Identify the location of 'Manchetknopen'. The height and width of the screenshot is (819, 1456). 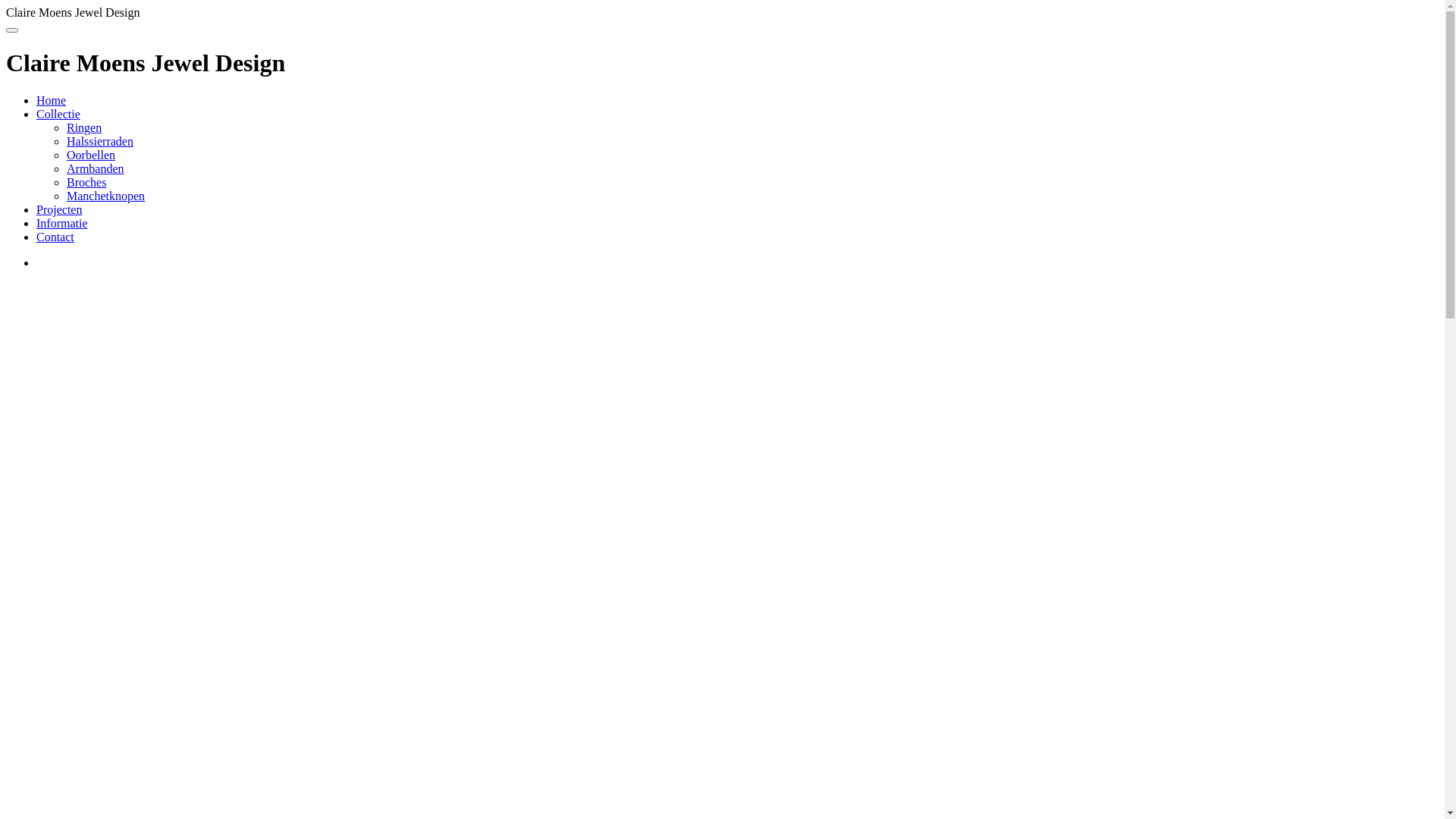
(105, 195).